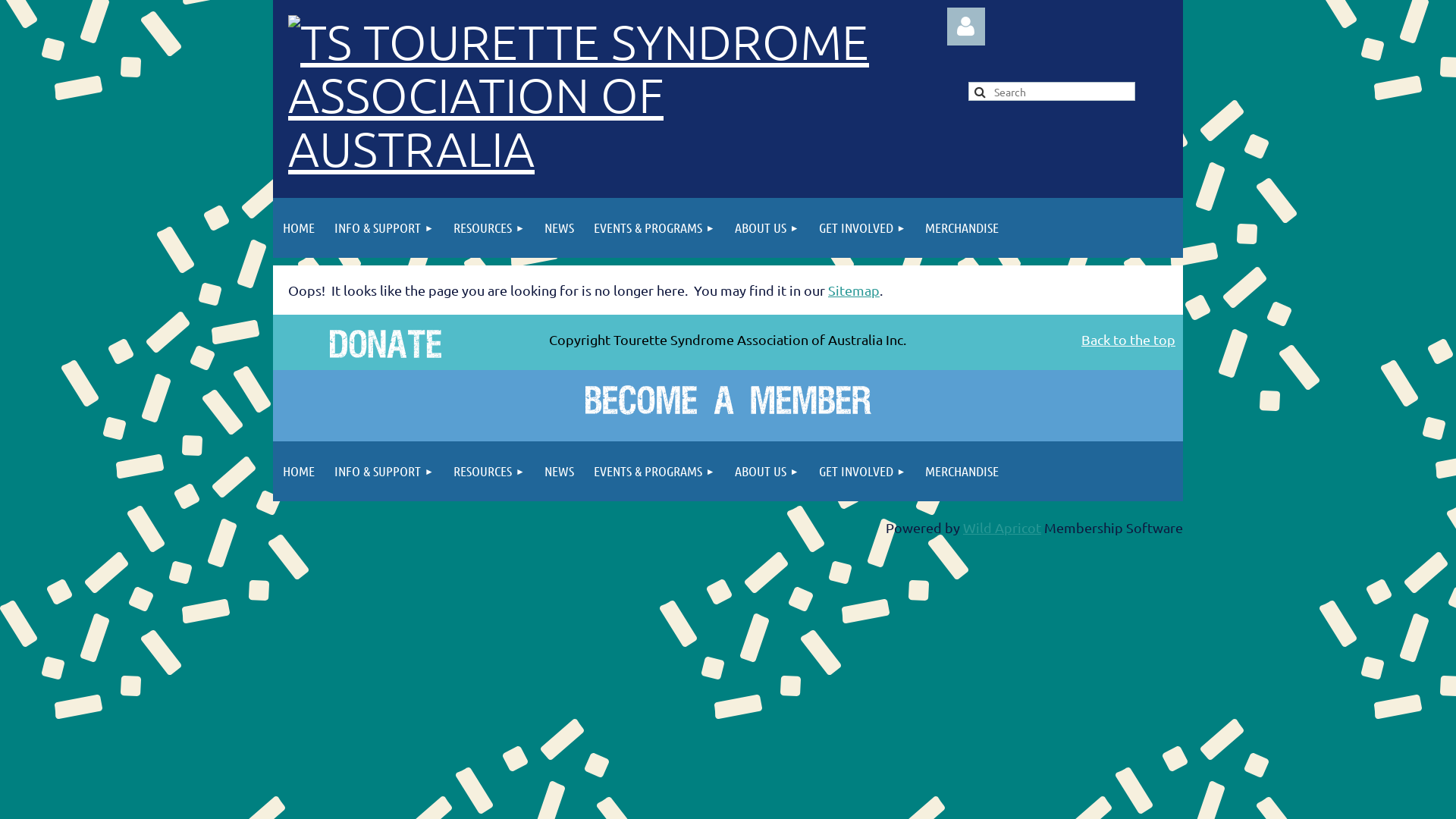 Image resolution: width=1456 pixels, height=819 pixels. What do you see at coordinates (558, 470) in the screenshot?
I see `'NEWS'` at bounding box center [558, 470].